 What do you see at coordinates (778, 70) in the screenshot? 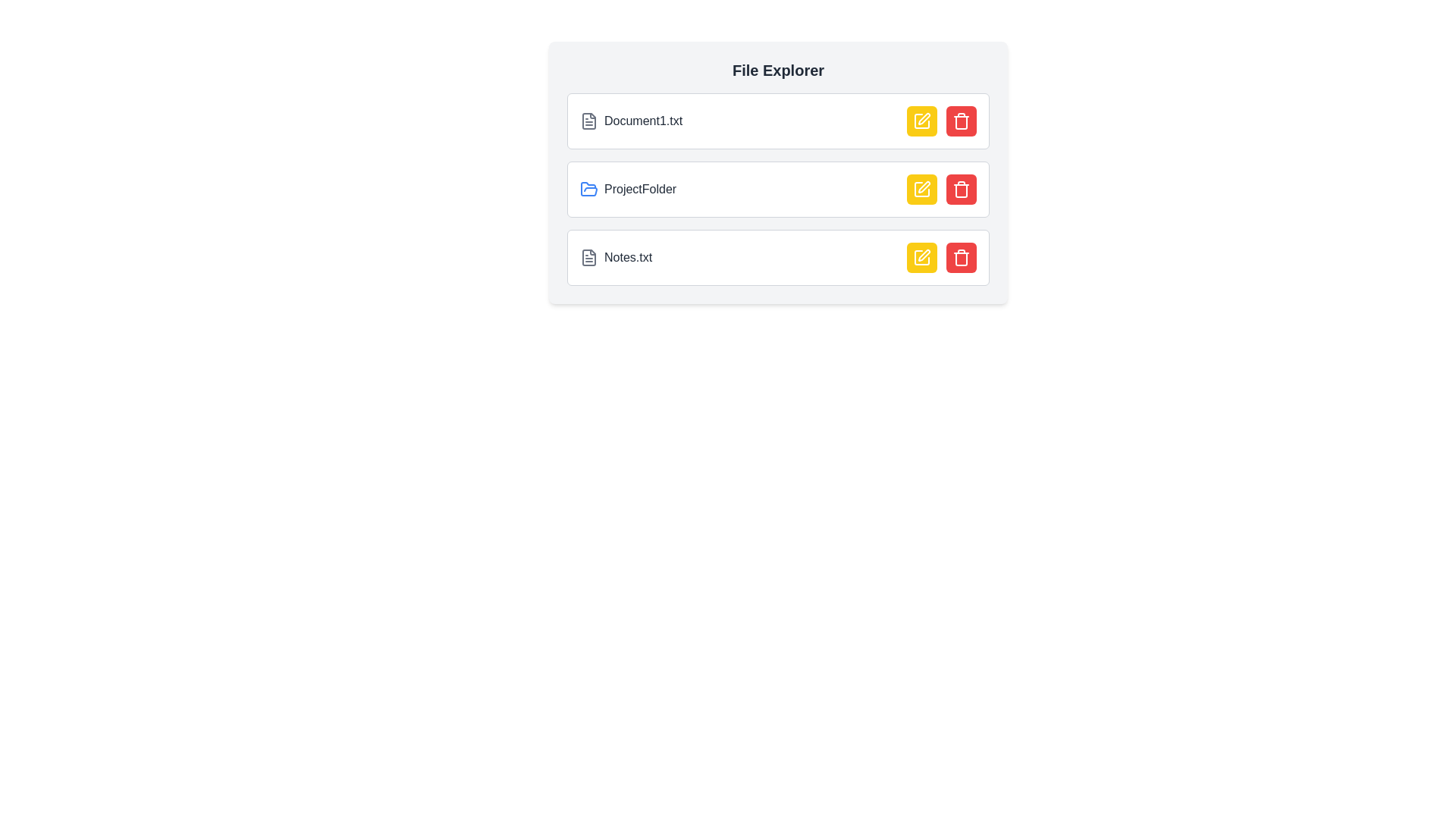
I see `text from the Text Header located at the top of the file explorer interface, which provides context about the displayed content` at bounding box center [778, 70].